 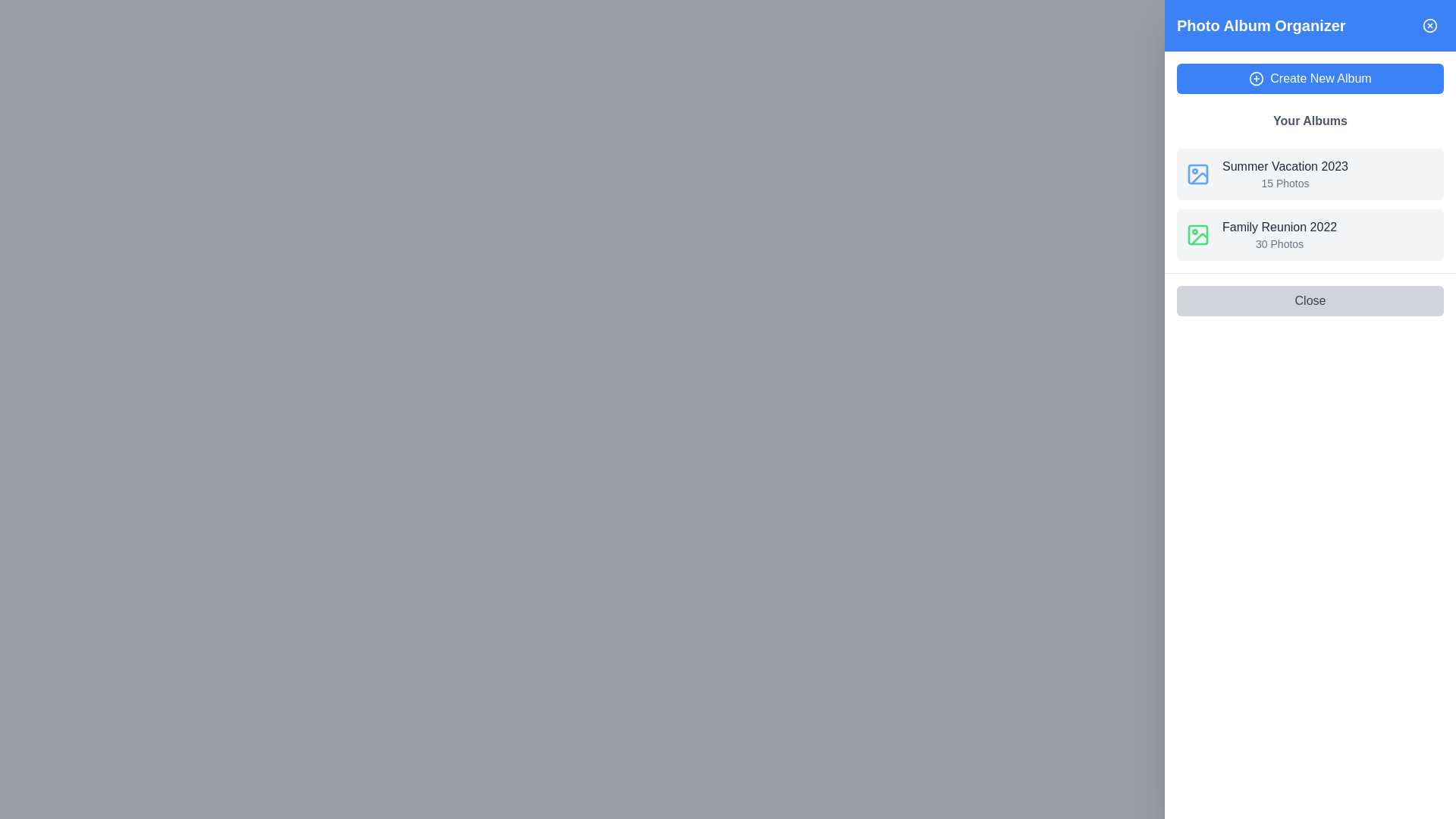 I want to click on the text label indicating the number of photos in the 'Family Reunion 2022' album located in the 'Your Albums' section, so click(x=1279, y=243).